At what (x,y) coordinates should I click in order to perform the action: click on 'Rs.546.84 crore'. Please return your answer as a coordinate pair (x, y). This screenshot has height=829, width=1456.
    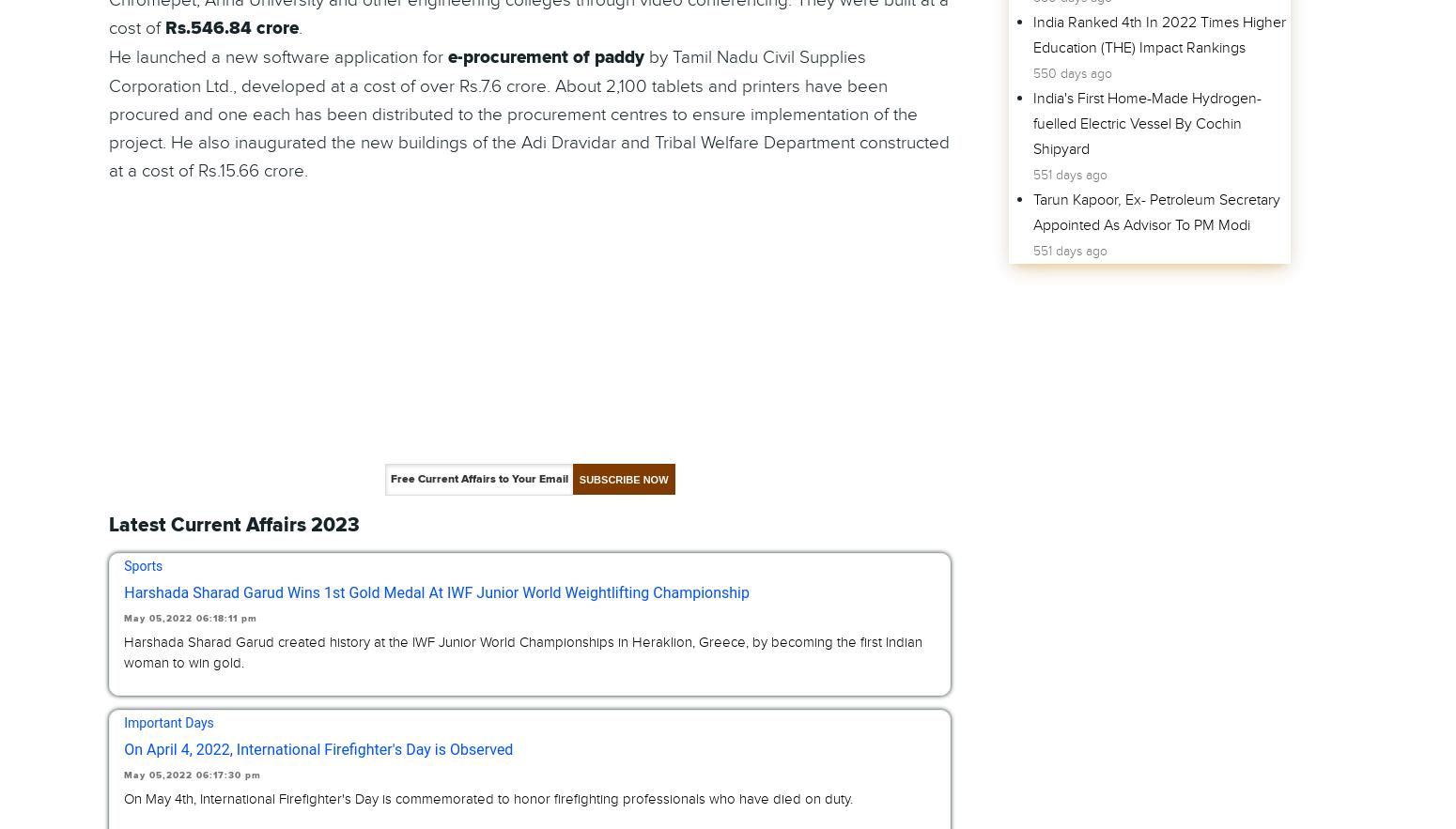
    Looking at the image, I should click on (232, 28).